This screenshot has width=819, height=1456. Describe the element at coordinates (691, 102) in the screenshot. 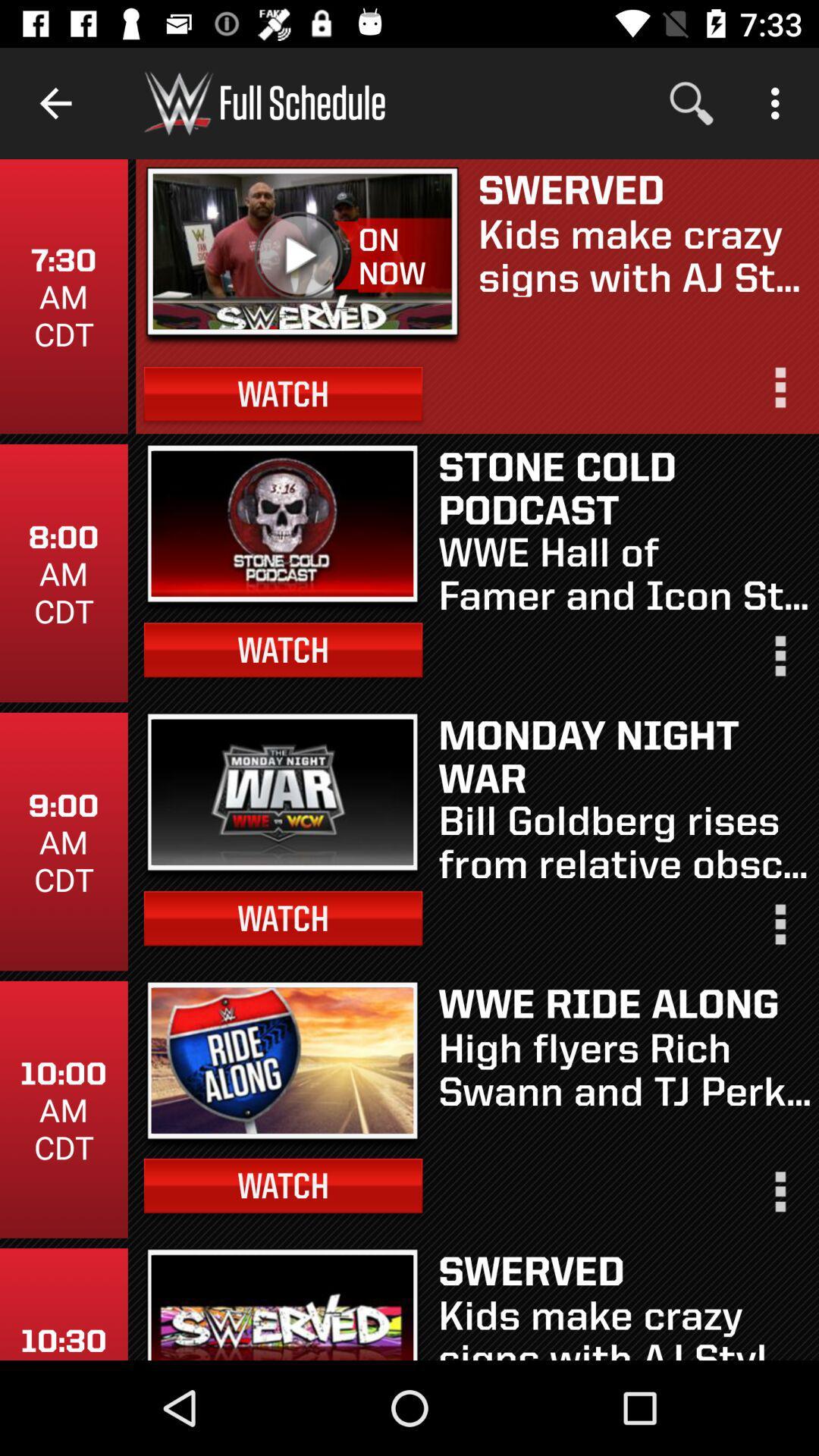

I see `the item to the right of the full schedule item` at that location.